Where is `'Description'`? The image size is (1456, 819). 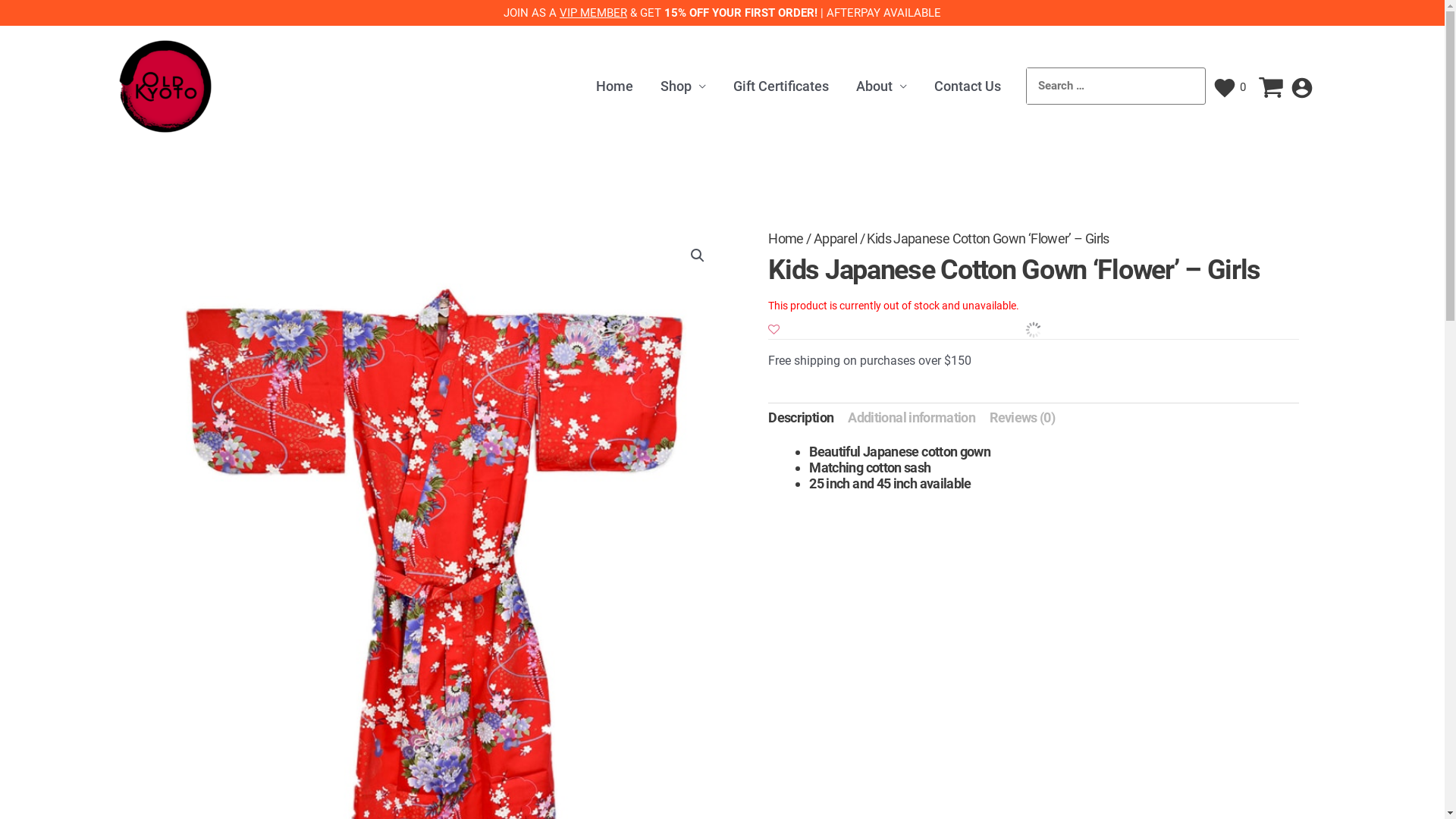
'Description' is located at coordinates (800, 417).